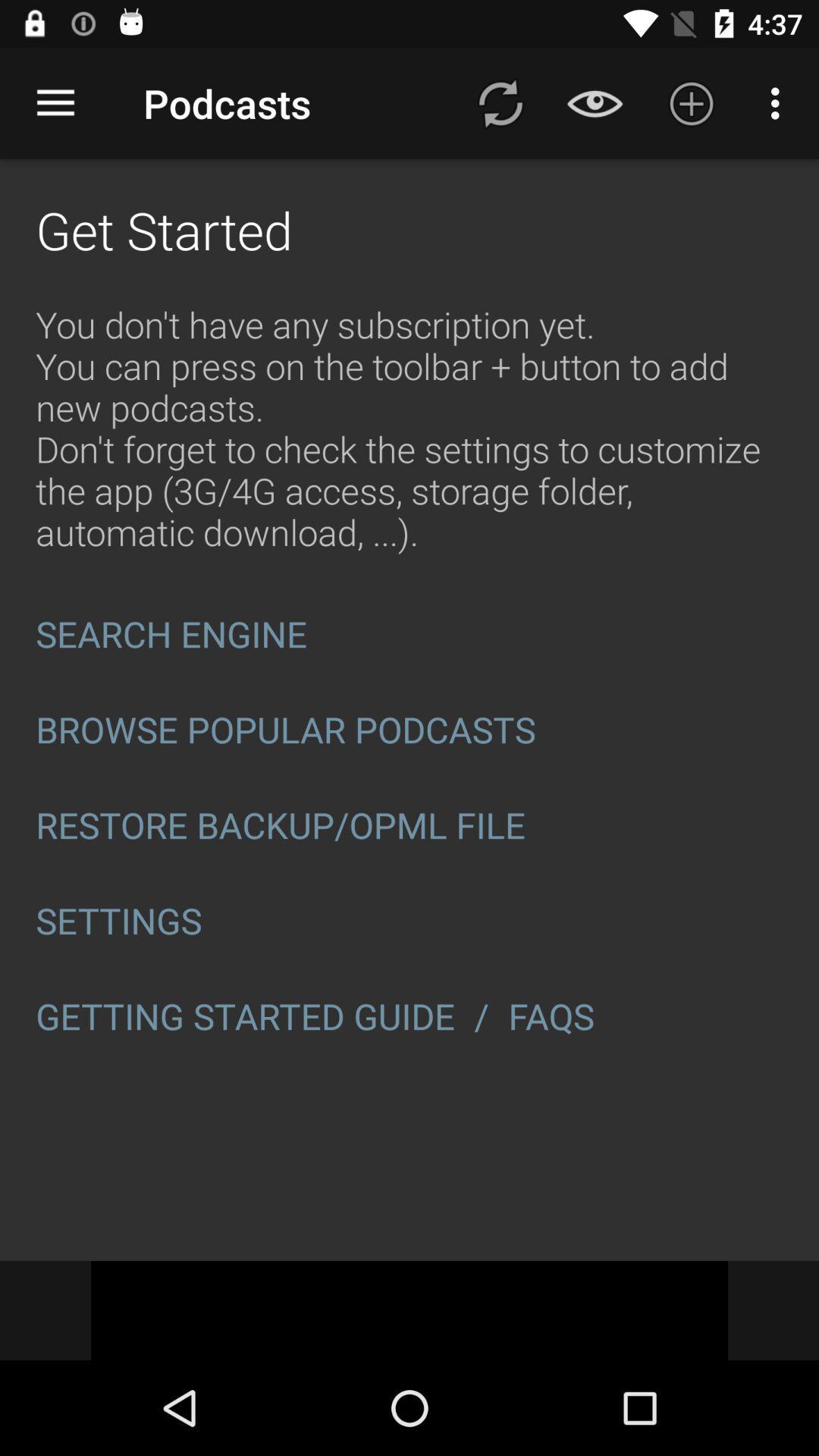 The image size is (819, 1456). Describe the element at coordinates (500, 102) in the screenshot. I see `icon to the right of the podcasts item` at that location.